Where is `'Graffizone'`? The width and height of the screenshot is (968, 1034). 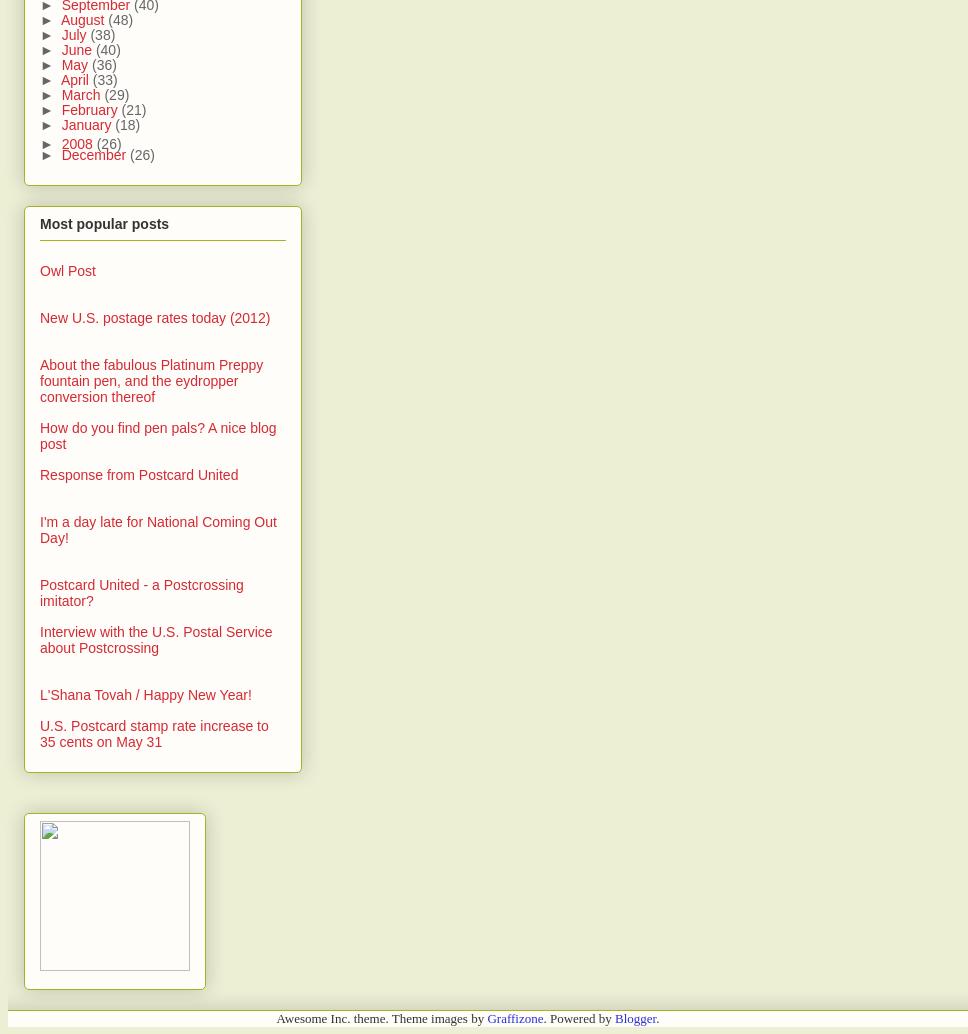 'Graffizone' is located at coordinates (514, 1016).